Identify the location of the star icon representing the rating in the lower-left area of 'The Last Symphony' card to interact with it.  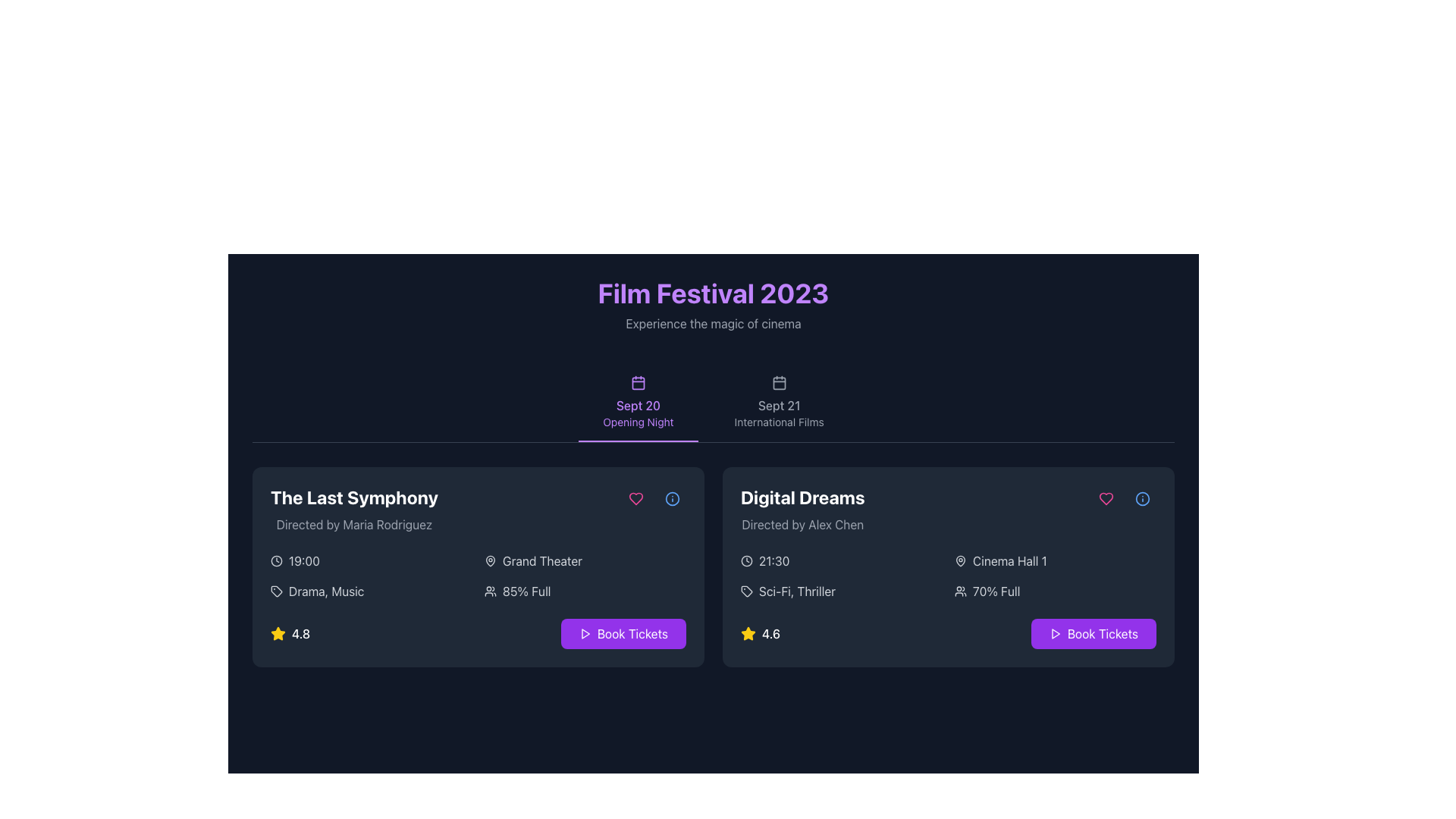
(278, 634).